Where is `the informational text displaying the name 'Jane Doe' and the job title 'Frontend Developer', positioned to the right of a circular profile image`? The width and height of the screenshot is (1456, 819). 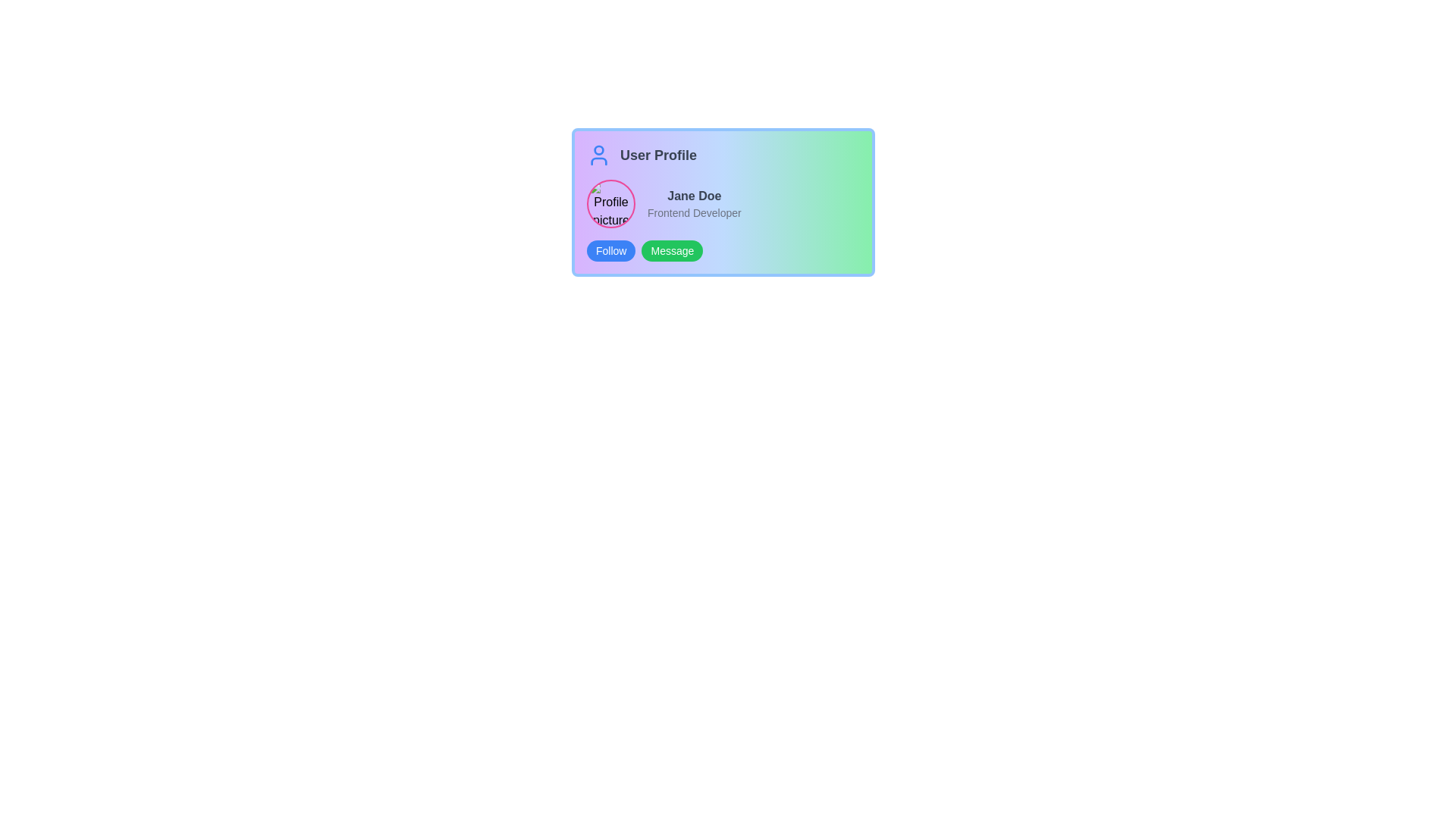 the informational text displaying the name 'Jane Doe' and the job title 'Frontend Developer', positioned to the right of a circular profile image is located at coordinates (723, 203).